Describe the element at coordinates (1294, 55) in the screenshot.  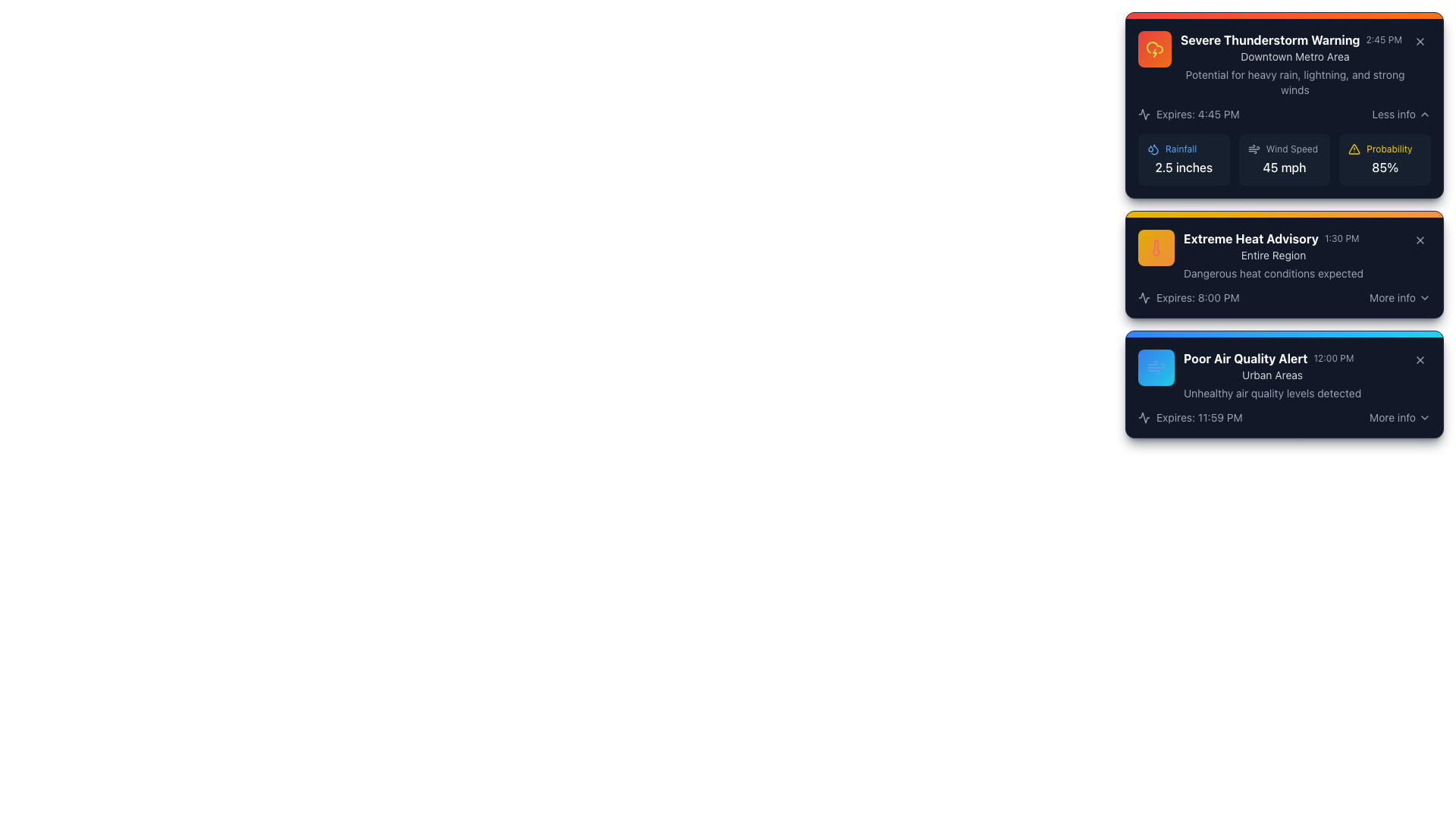
I see `the text label 'Downtown Metro Area' located within the 'Severe Thunderstorm Warning' card, which provides context about the weather alert` at that location.